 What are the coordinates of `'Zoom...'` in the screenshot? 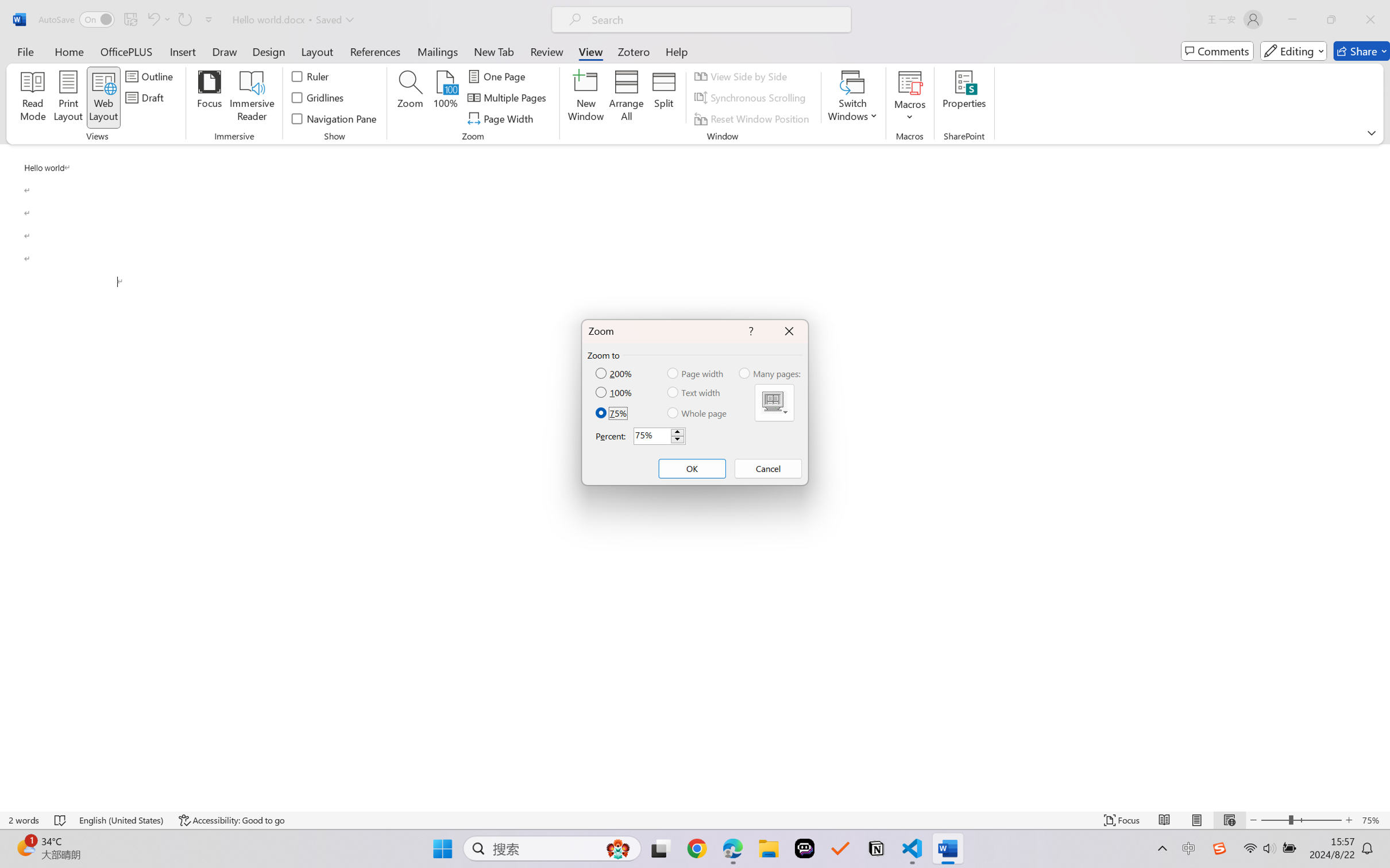 It's located at (410, 98).